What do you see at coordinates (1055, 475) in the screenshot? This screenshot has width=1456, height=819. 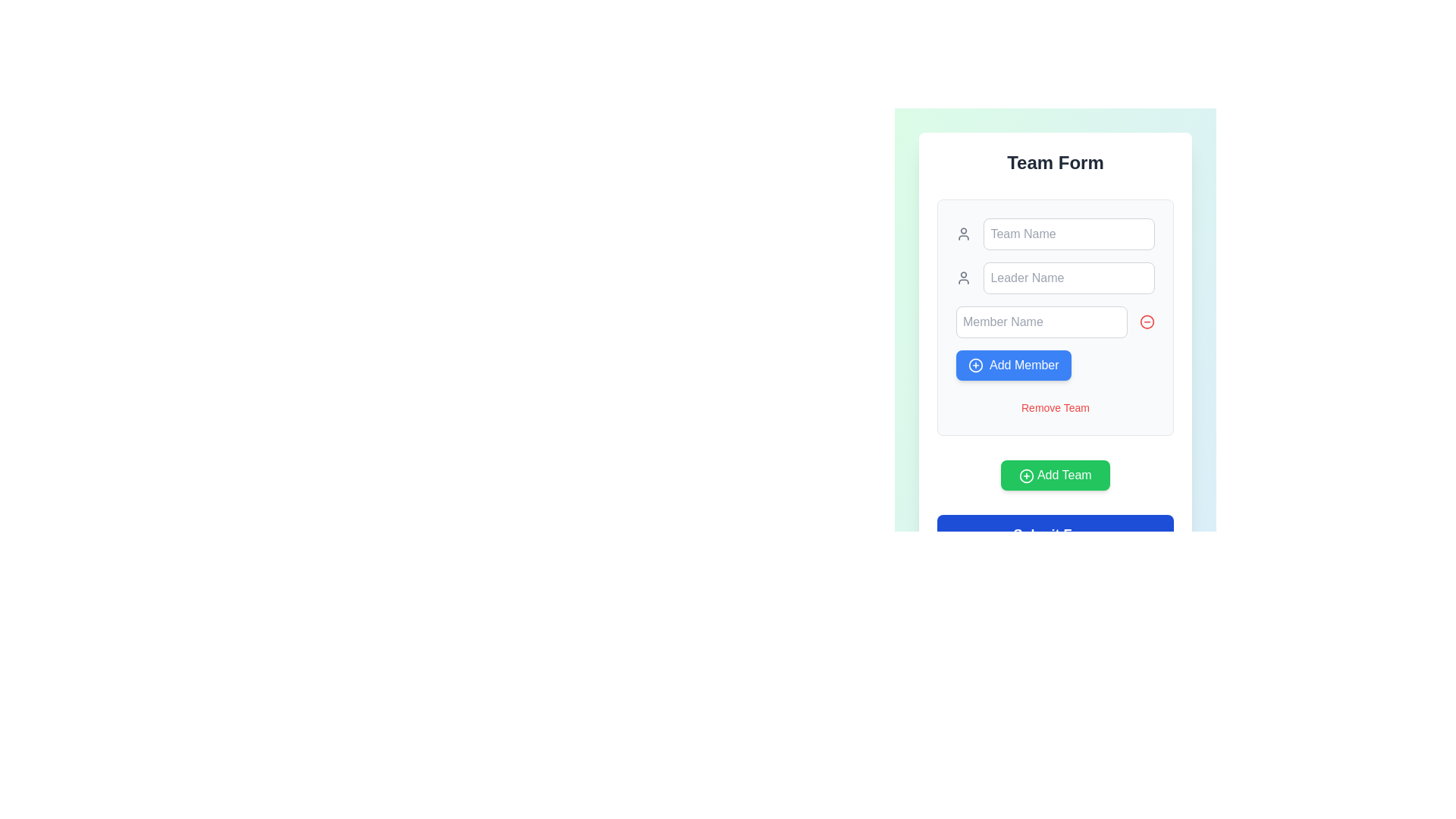 I see `the button located at the bottom of the form area, centered horizontally` at bounding box center [1055, 475].